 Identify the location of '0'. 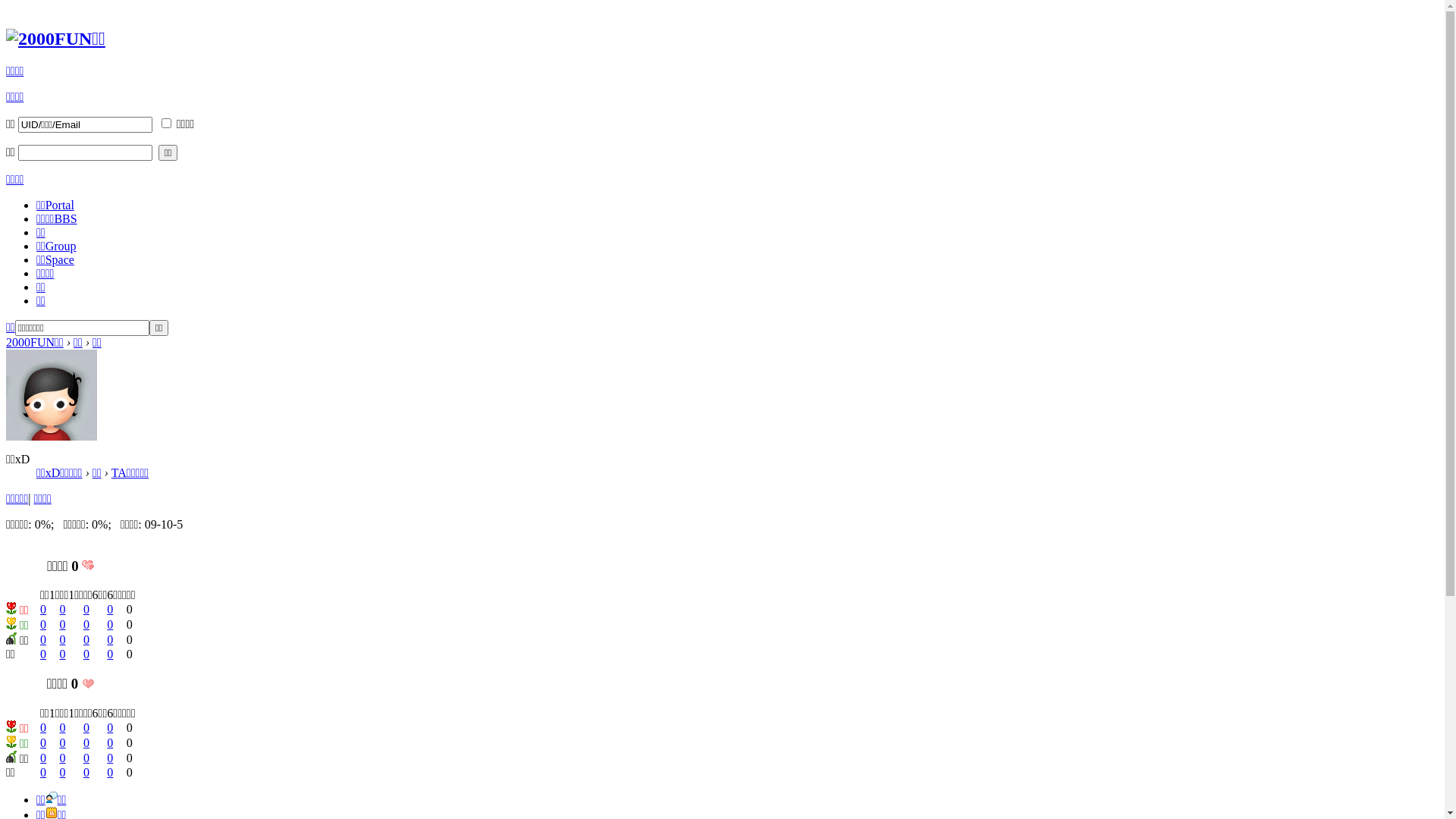
(61, 624).